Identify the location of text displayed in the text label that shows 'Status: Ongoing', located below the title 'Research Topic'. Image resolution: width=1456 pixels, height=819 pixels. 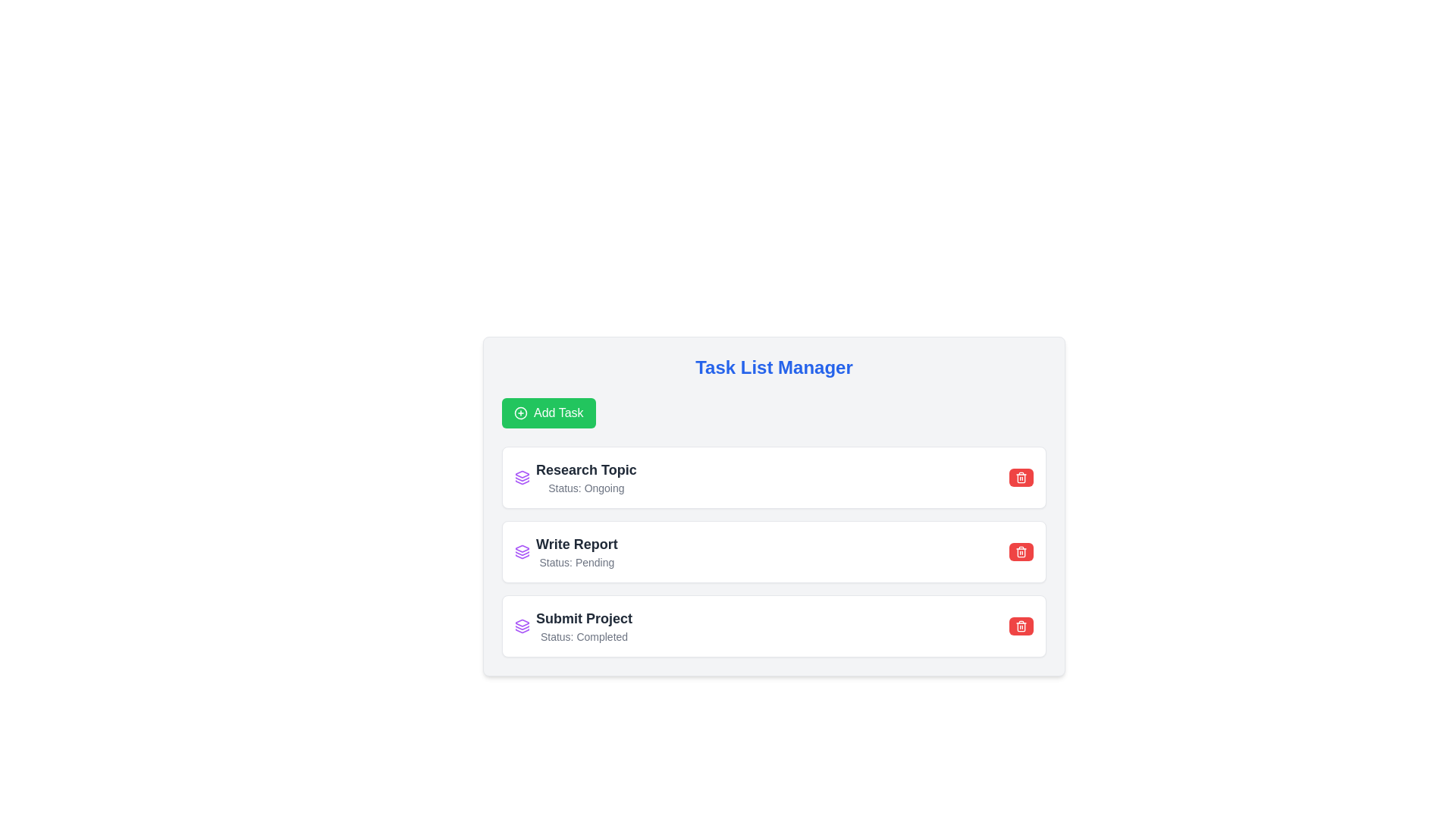
(585, 488).